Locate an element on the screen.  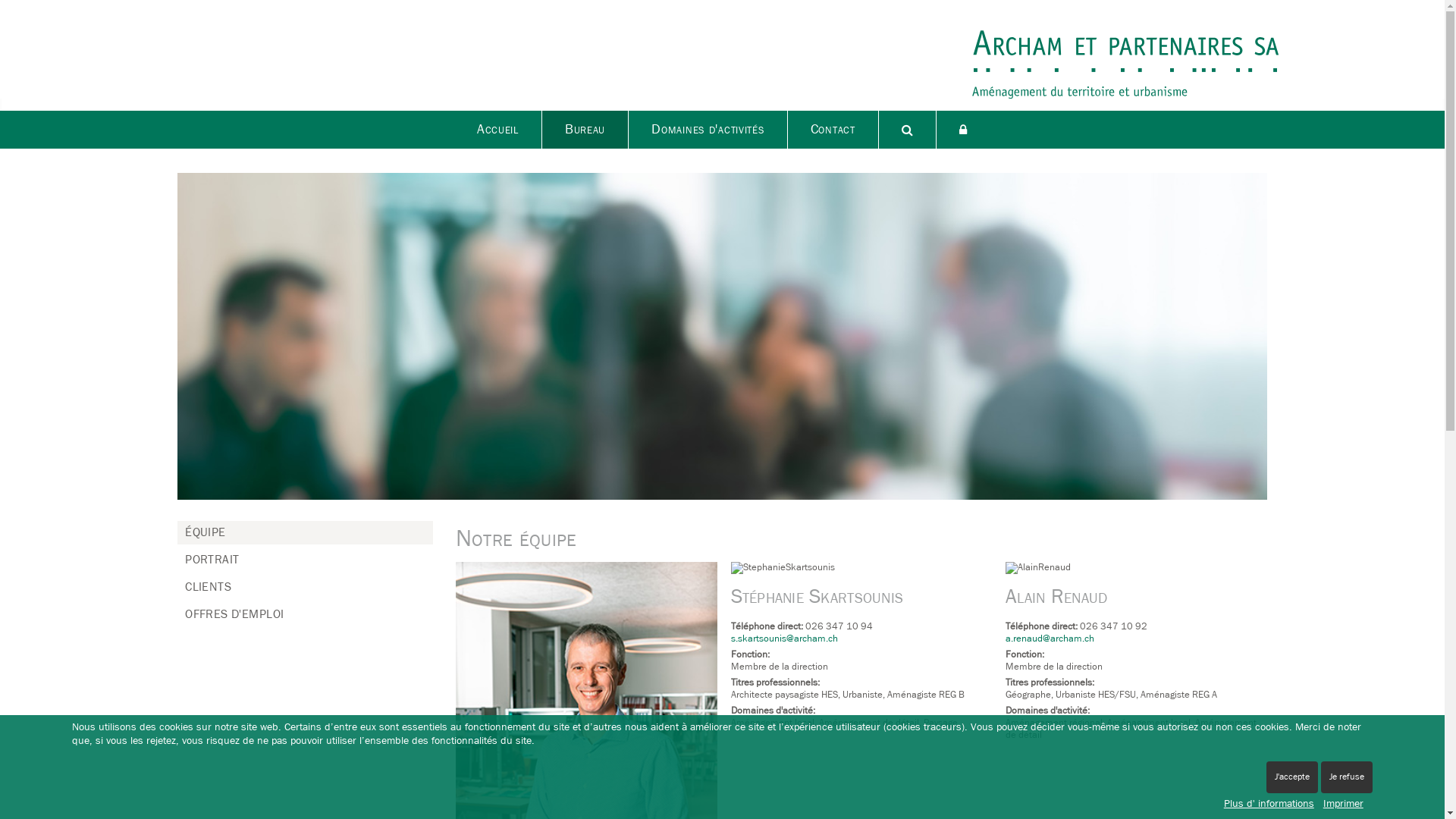
'Imprimer' is located at coordinates (1343, 803).